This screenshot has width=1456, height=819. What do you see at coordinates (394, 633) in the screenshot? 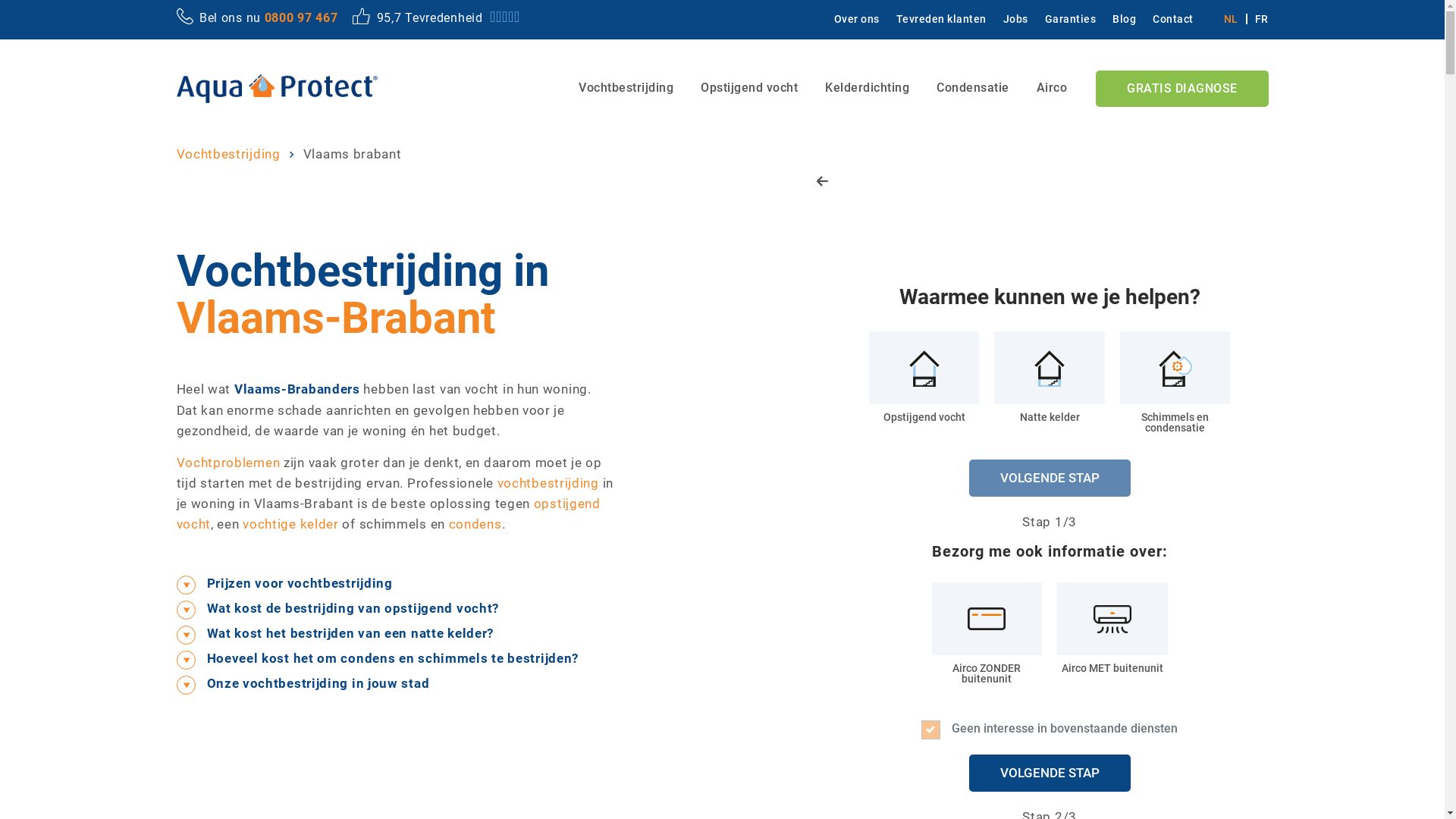
I see `'Wat kost het bestrijden van een natte kelder?'` at bounding box center [394, 633].